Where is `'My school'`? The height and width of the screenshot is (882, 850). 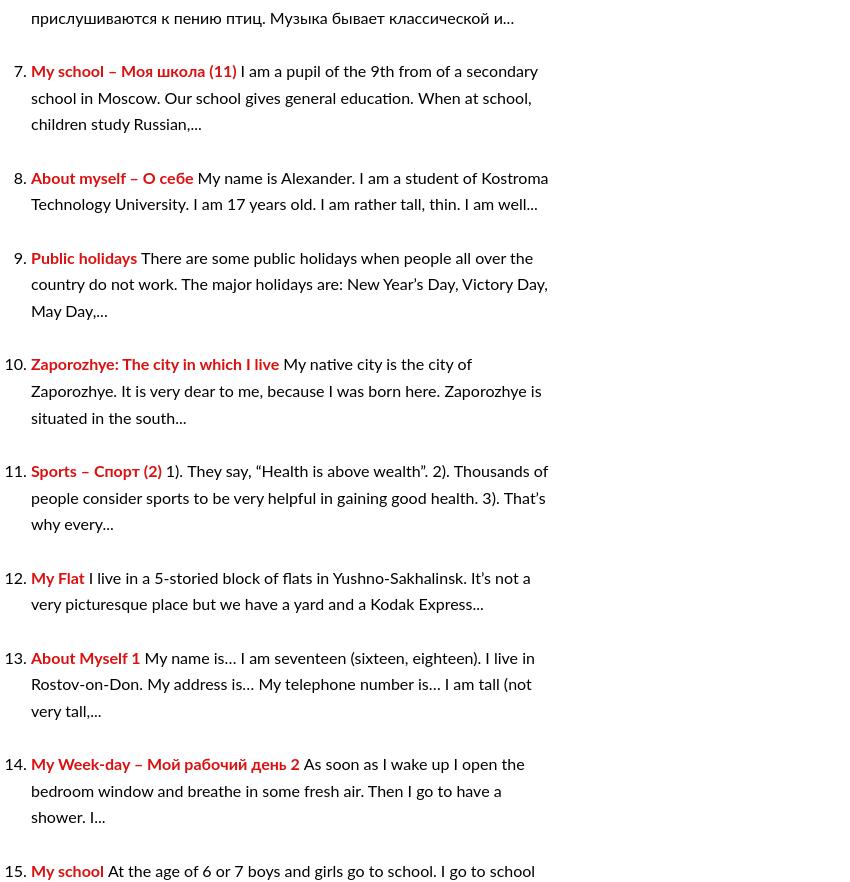
'My school' is located at coordinates (69, 869).